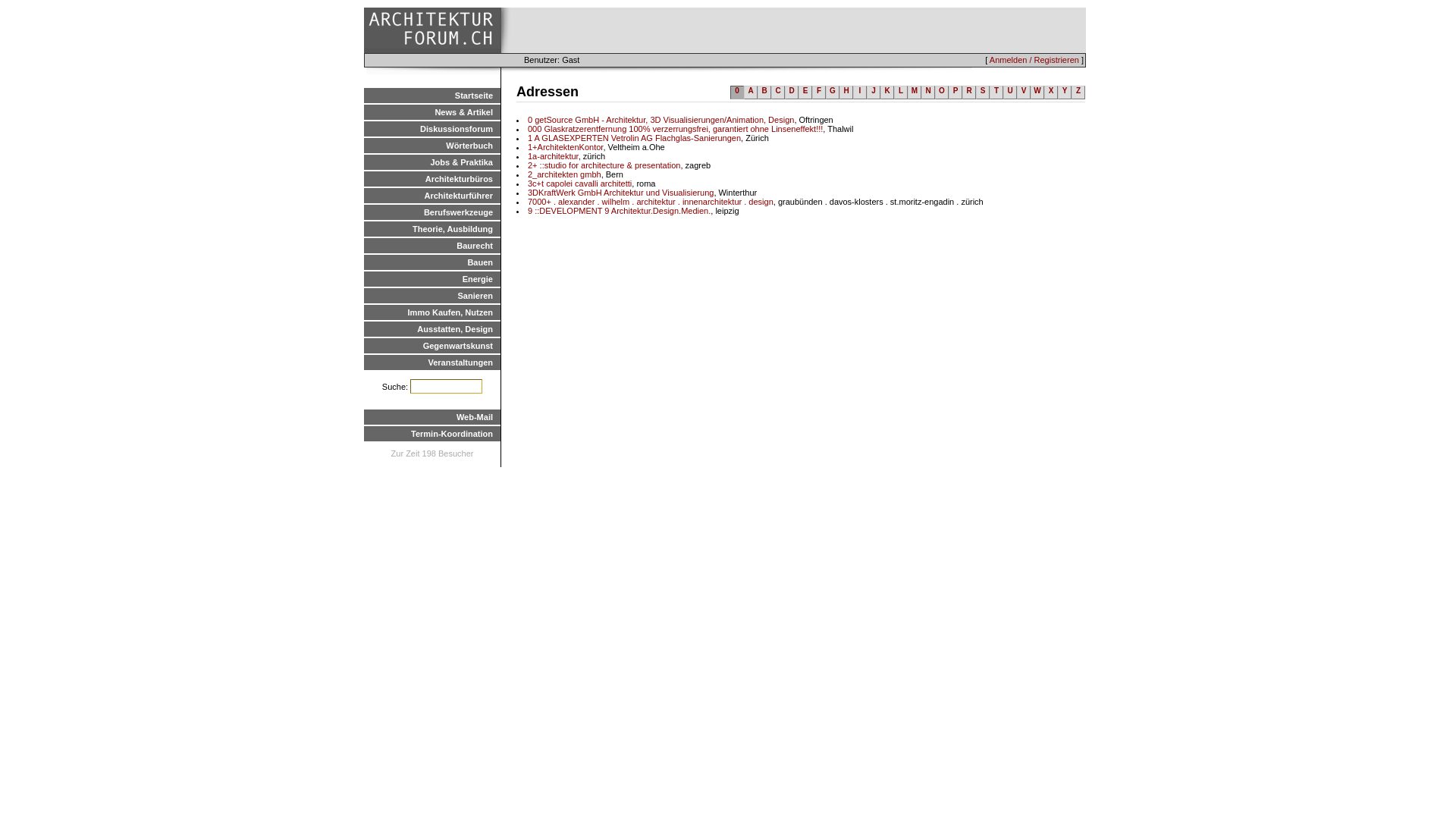 The image size is (1456, 819). Describe the element at coordinates (431, 162) in the screenshot. I see `'Jobs & Praktika'` at that location.